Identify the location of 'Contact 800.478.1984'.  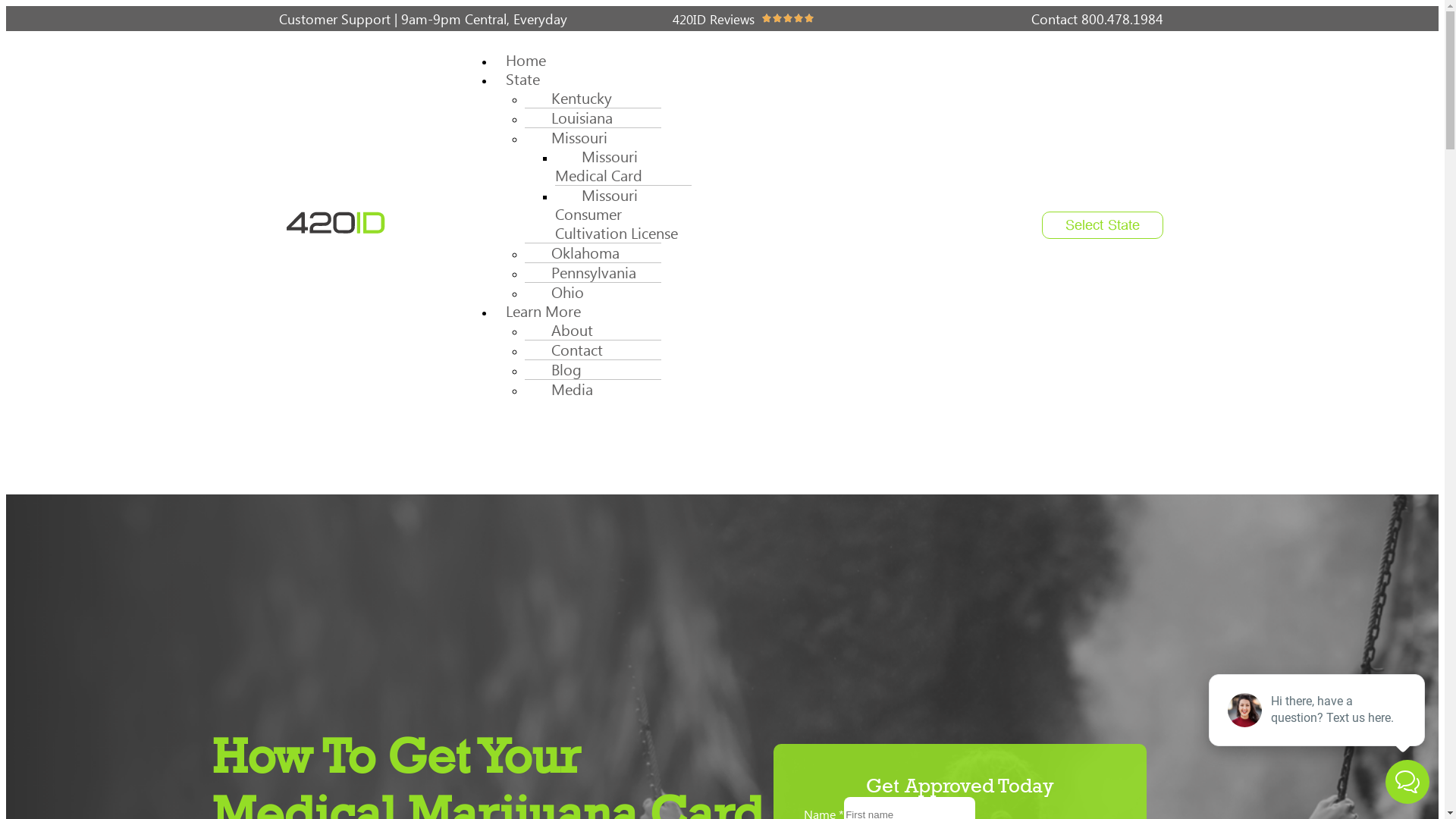
(1031, 18).